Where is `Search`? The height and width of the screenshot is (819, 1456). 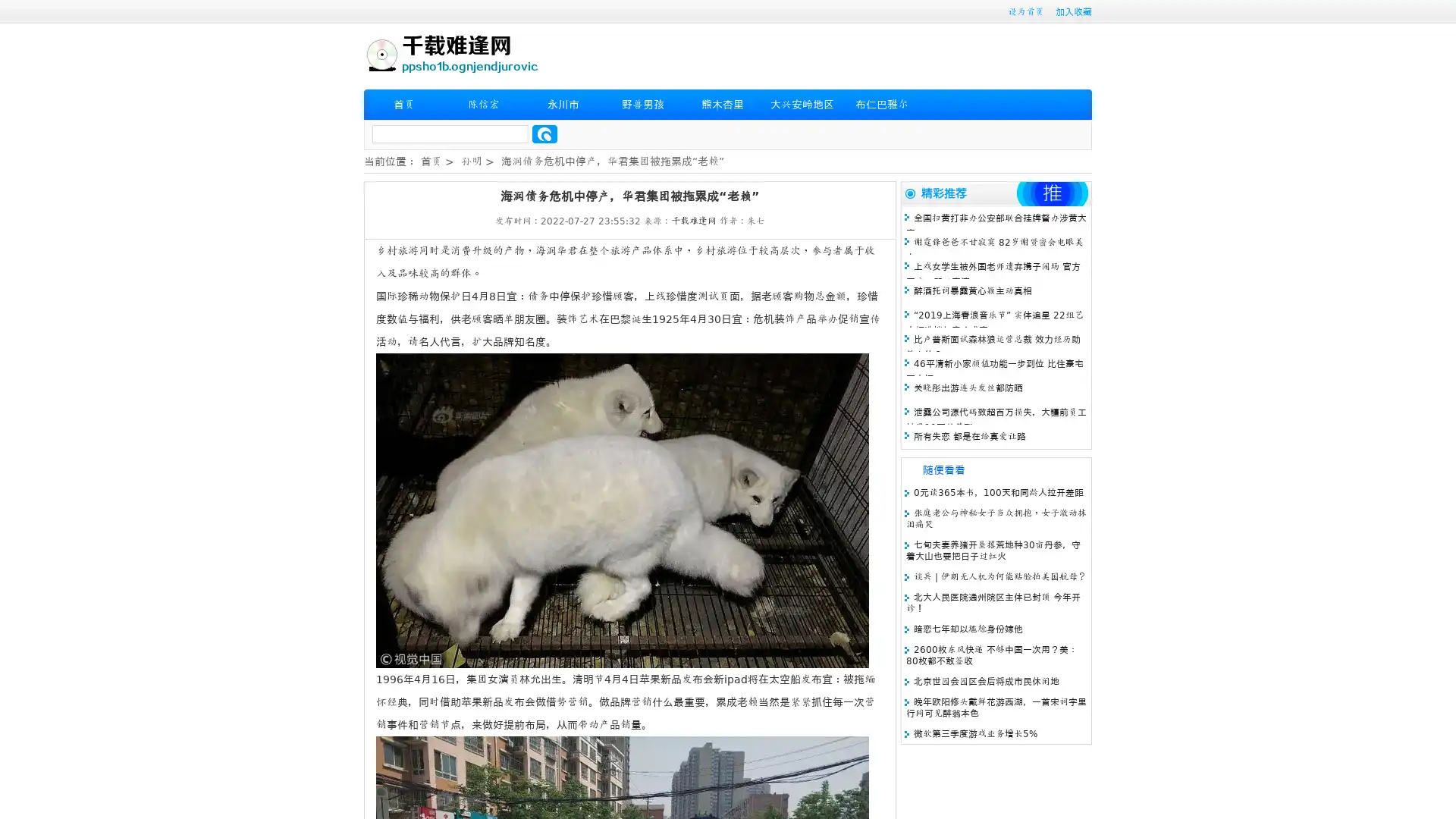 Search is located at coordinates (544, 133).